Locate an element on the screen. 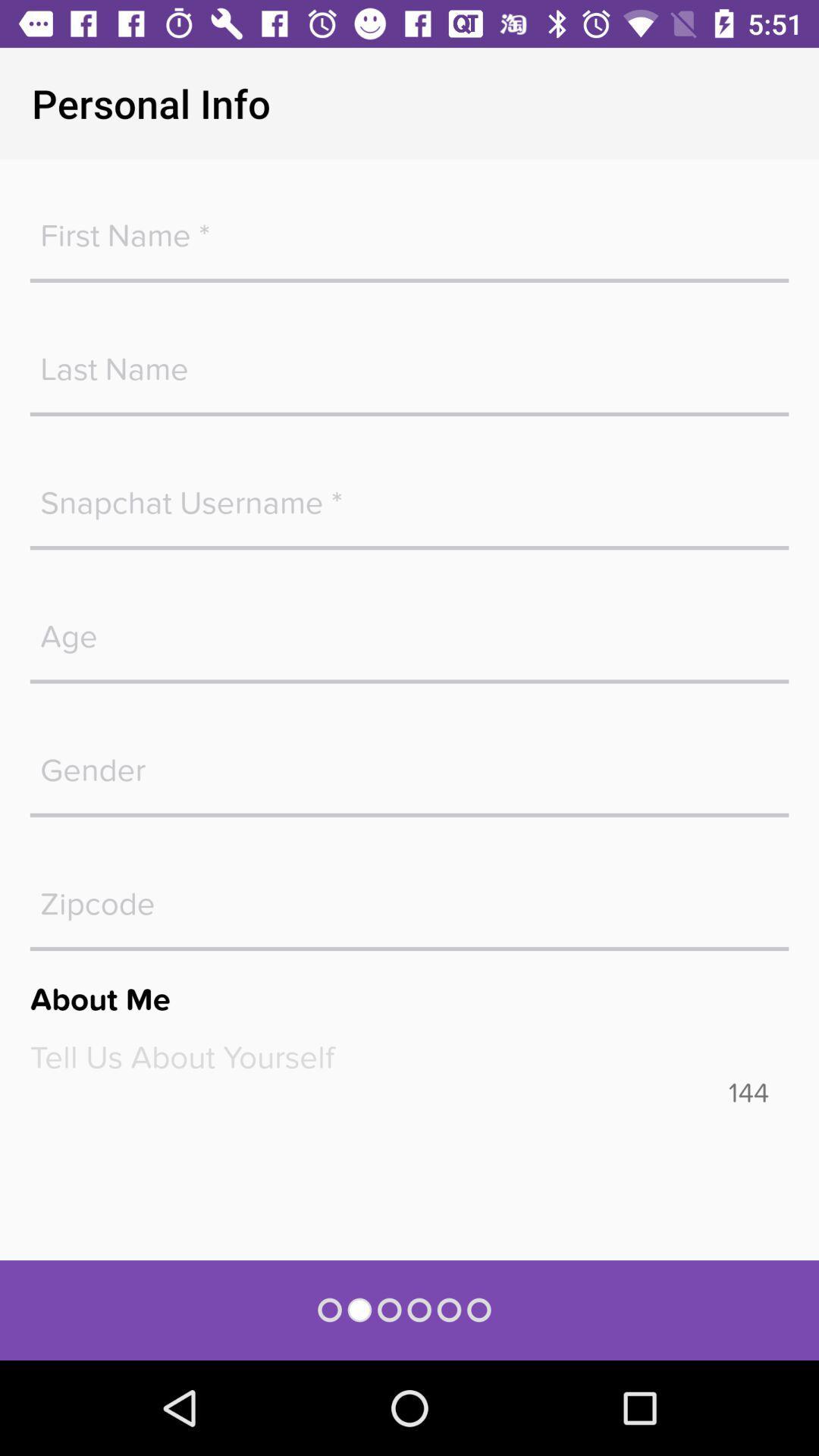  item below the about me icon is located at coordinates (409, 1057).